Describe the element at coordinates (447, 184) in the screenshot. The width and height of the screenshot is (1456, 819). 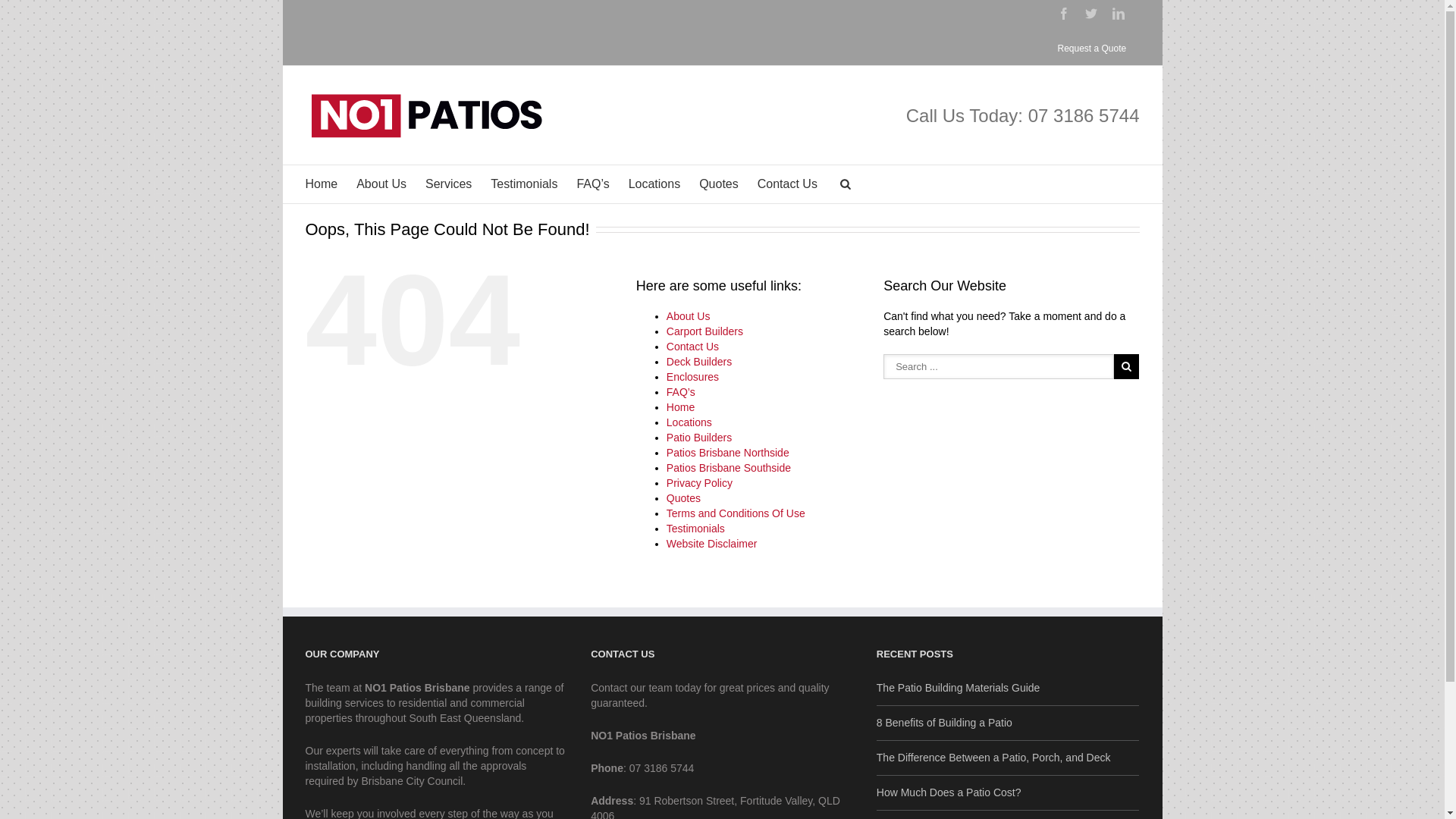
I see `'Services'` at that location.